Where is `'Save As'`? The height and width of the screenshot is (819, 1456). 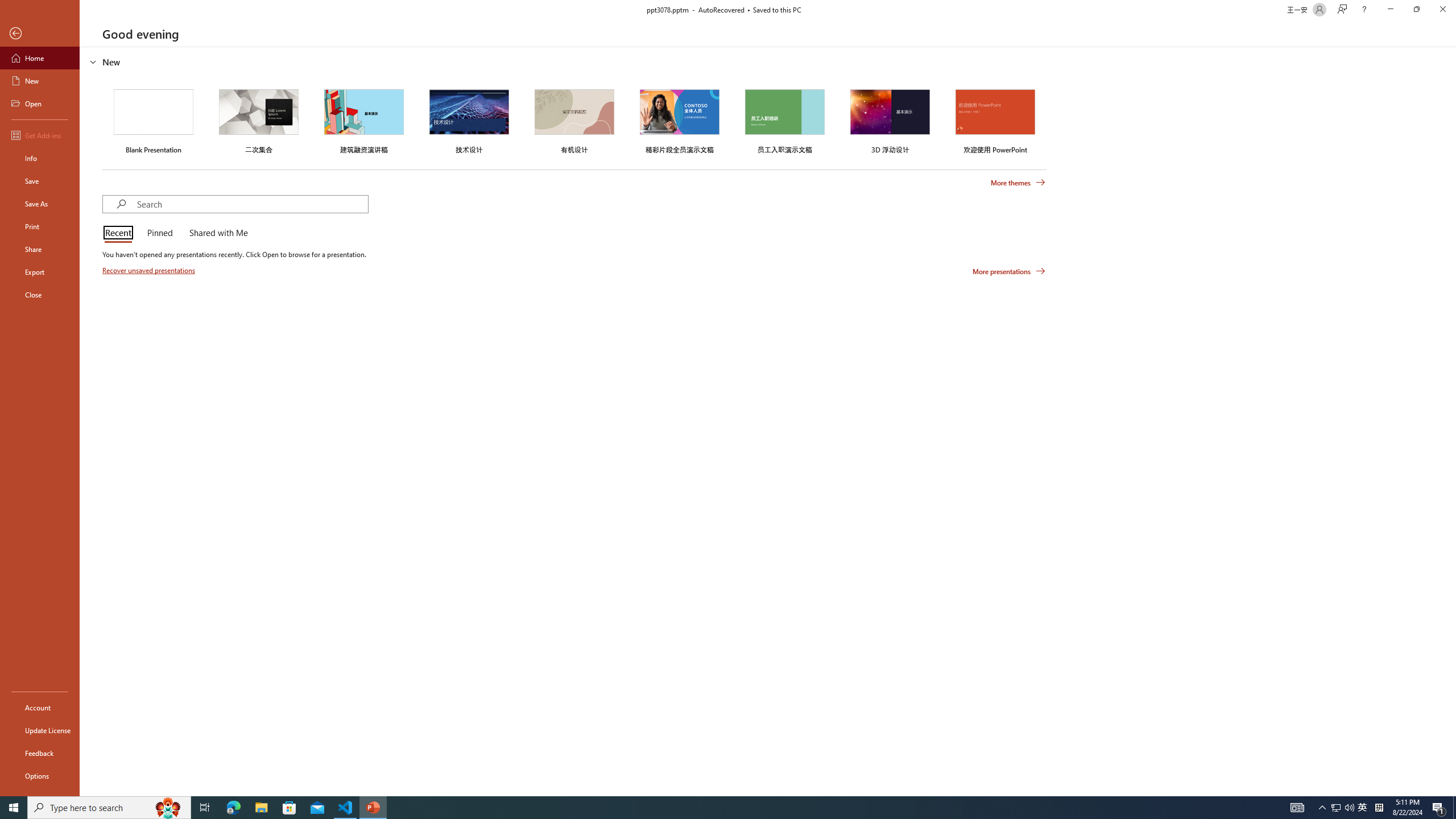
'Save As' is located at coordinates (39, 202).